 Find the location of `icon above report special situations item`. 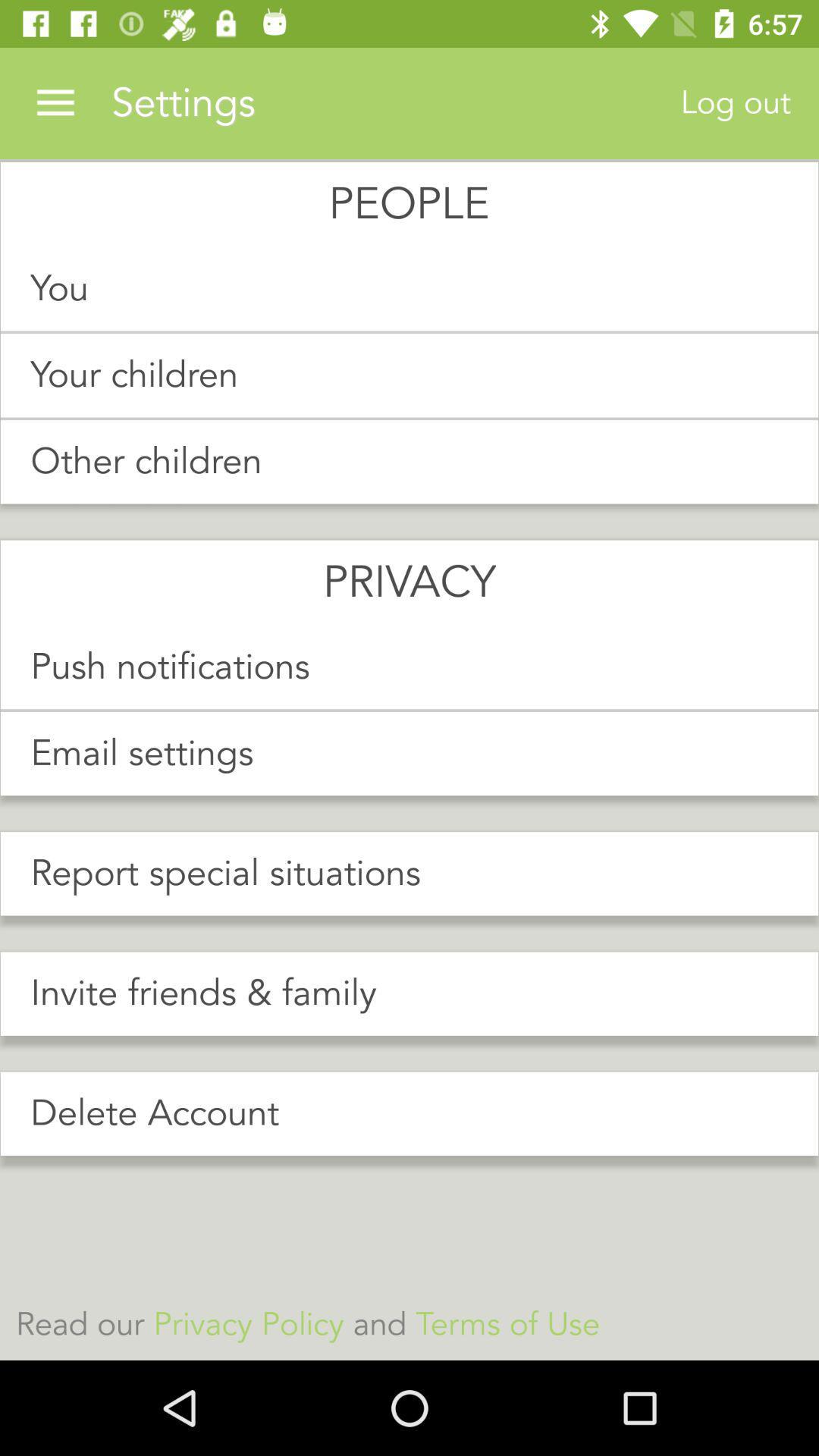

icon above report special situations item is located at coordinates (409, 754).